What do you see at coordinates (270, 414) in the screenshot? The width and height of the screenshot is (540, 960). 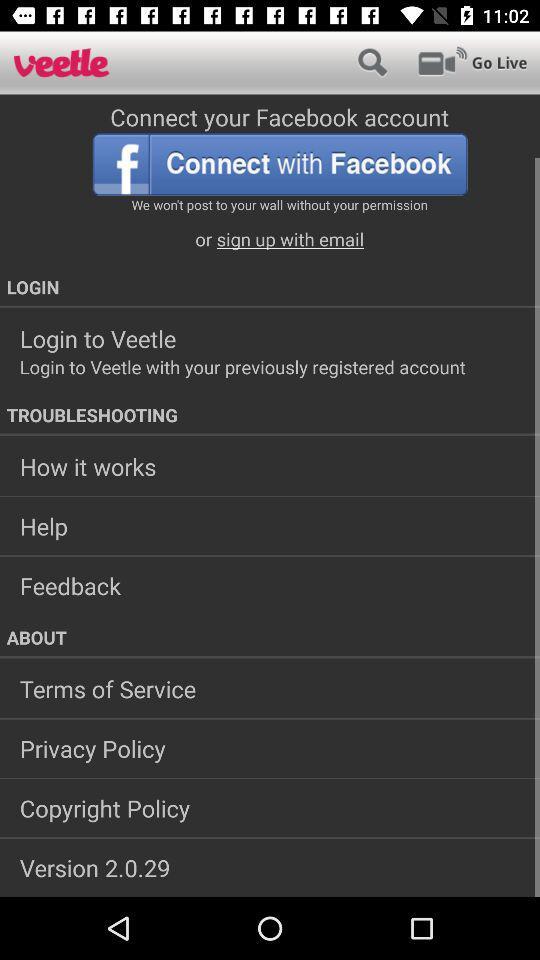 I see `the icon above how it works` at bounding box center [270, 414].